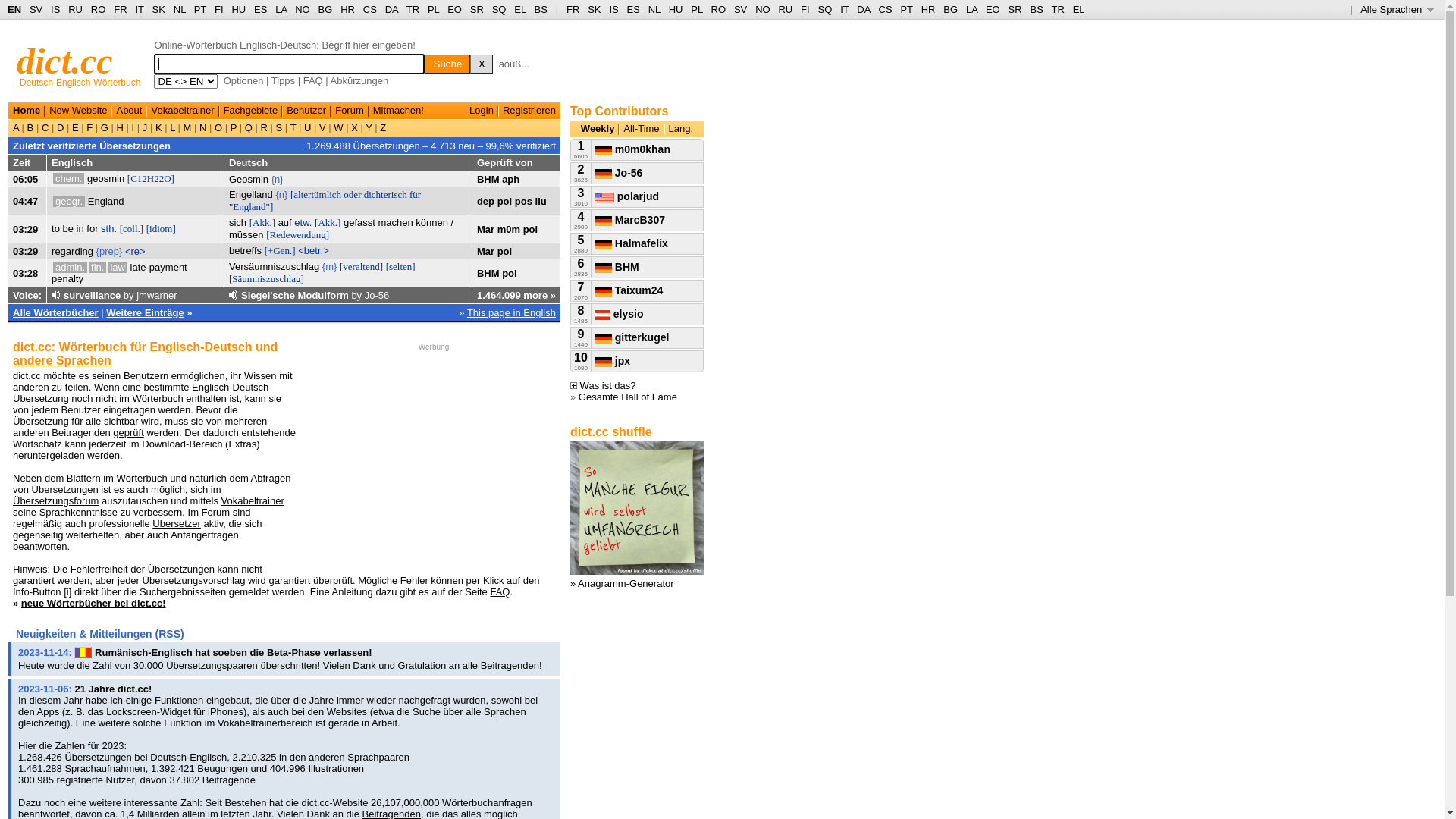 Image resolution: width=1456 pixels, height=819 pixels. Describe the element at coordinates (112, 9) in the screenshot. I see `'FR'` at that location.